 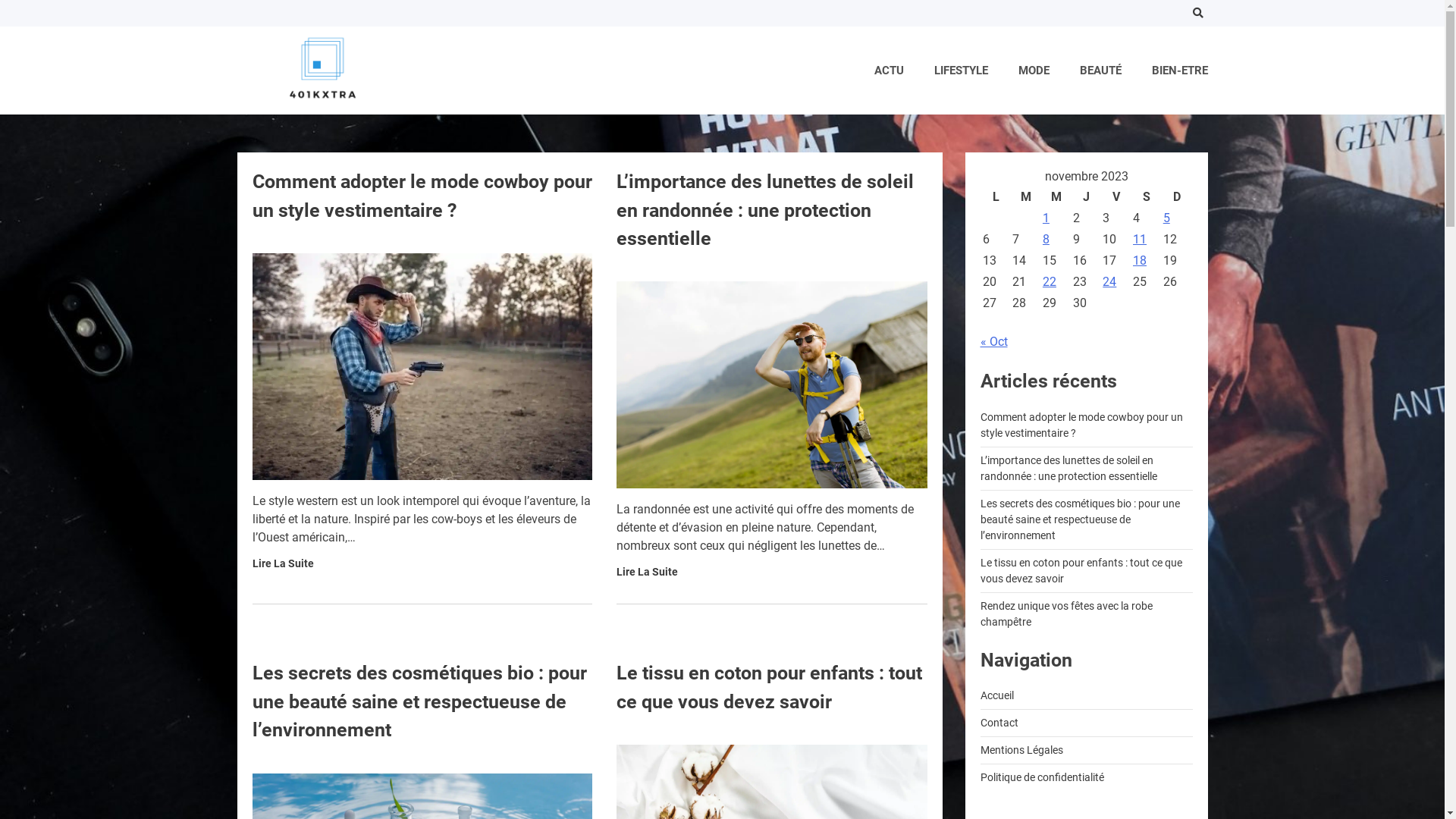 I want to click on '1', so click(x=1045, y=218).